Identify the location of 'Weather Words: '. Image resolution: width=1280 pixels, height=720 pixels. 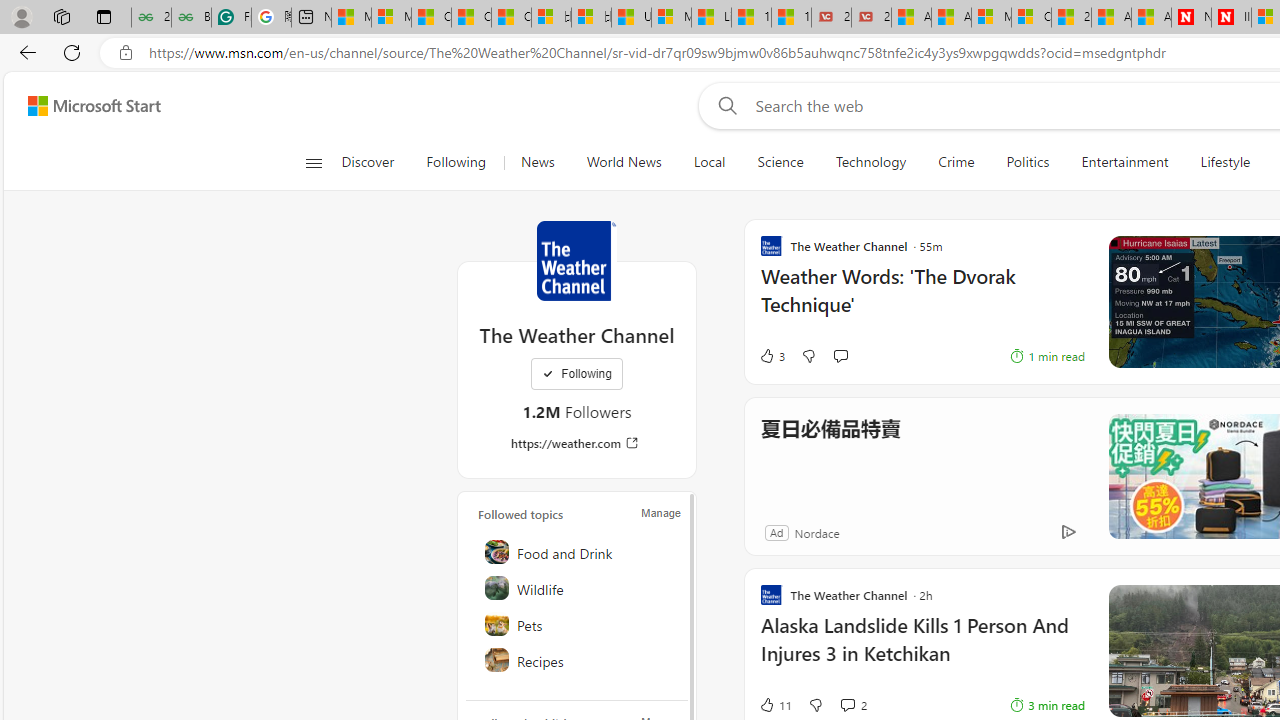
(921, 300).